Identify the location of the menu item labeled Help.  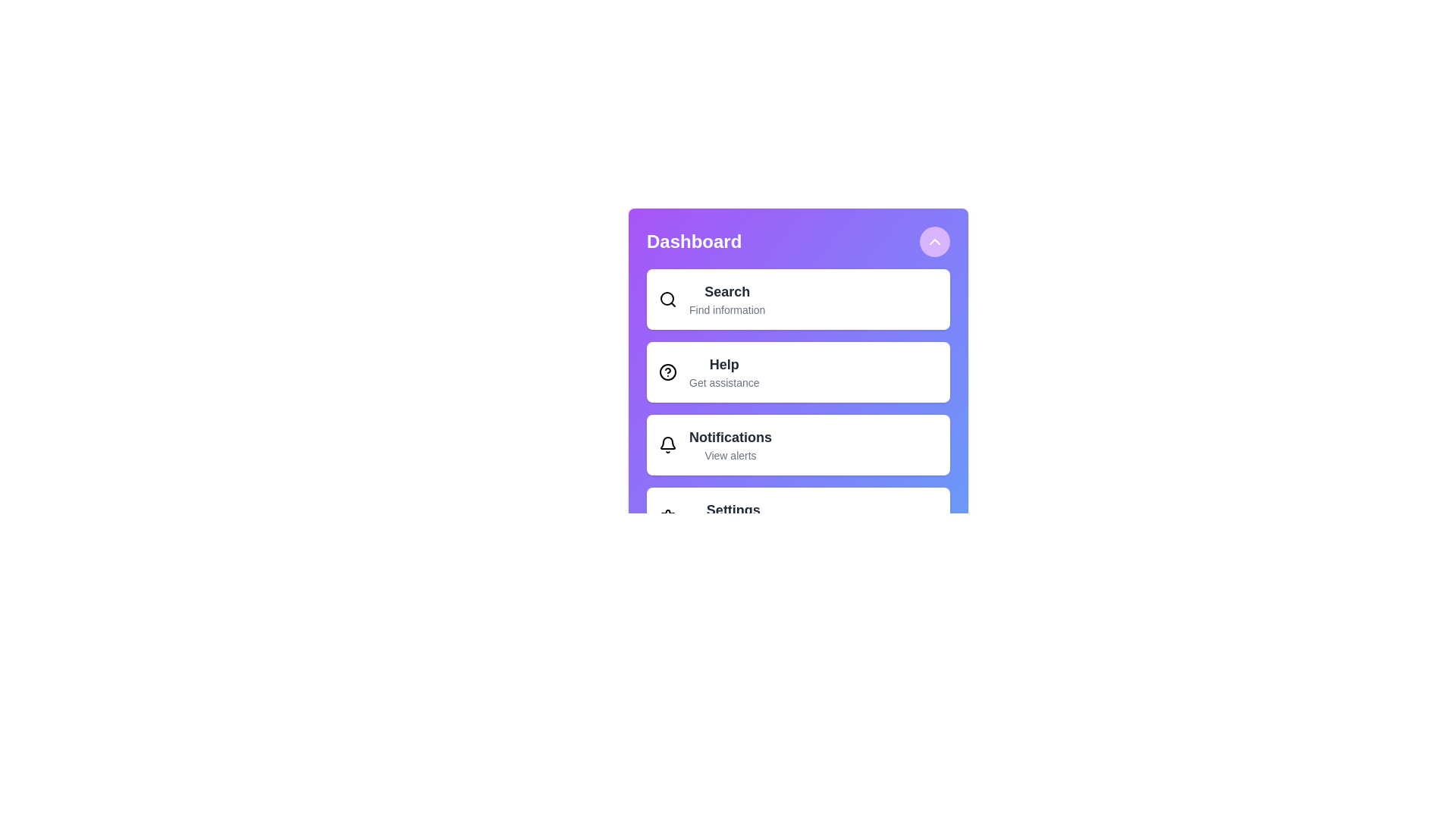
(797, 372).